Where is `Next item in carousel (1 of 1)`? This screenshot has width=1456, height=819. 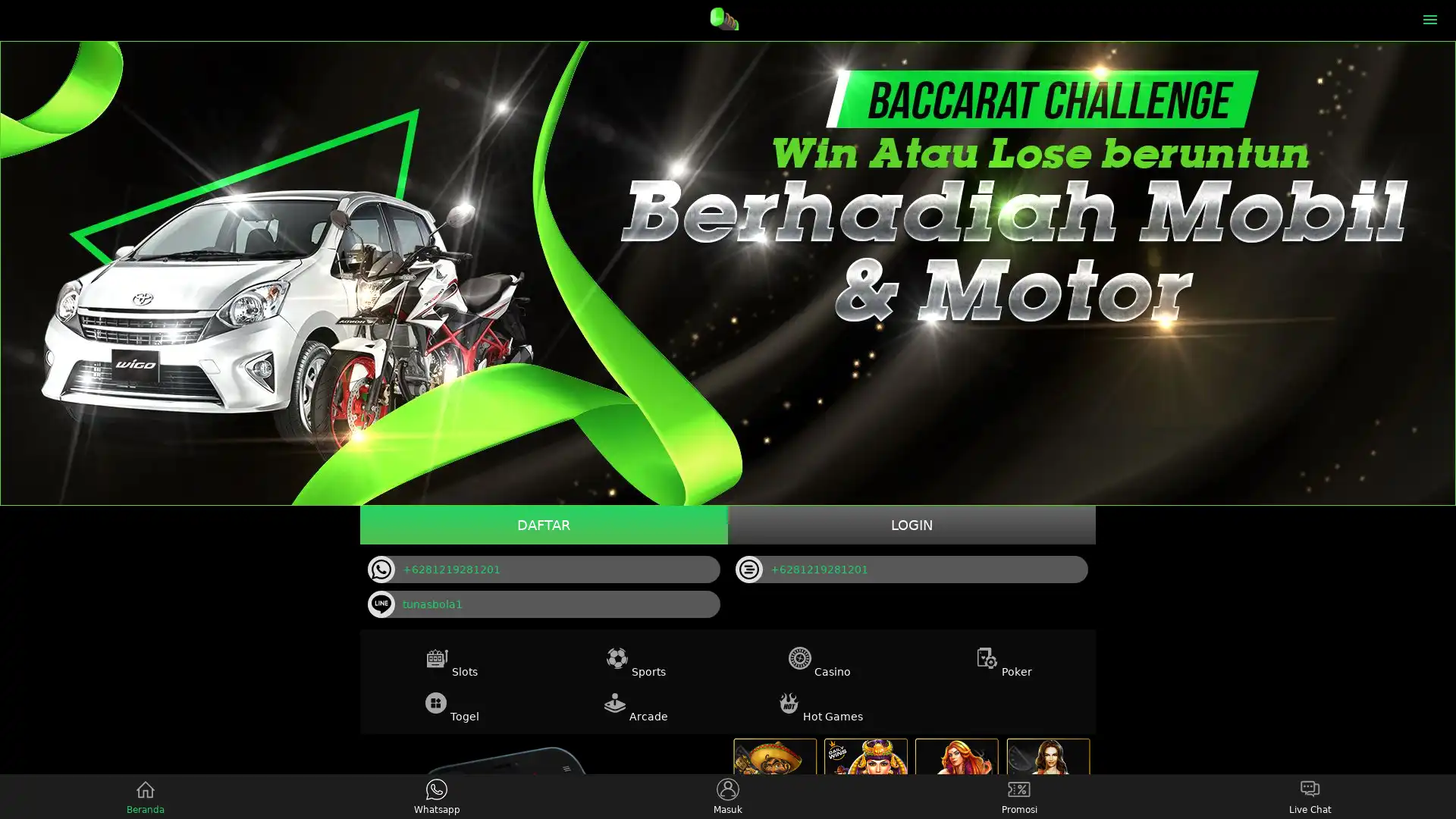 Next item in carousel (1 of 1) is located at coordinates (1442, 273).